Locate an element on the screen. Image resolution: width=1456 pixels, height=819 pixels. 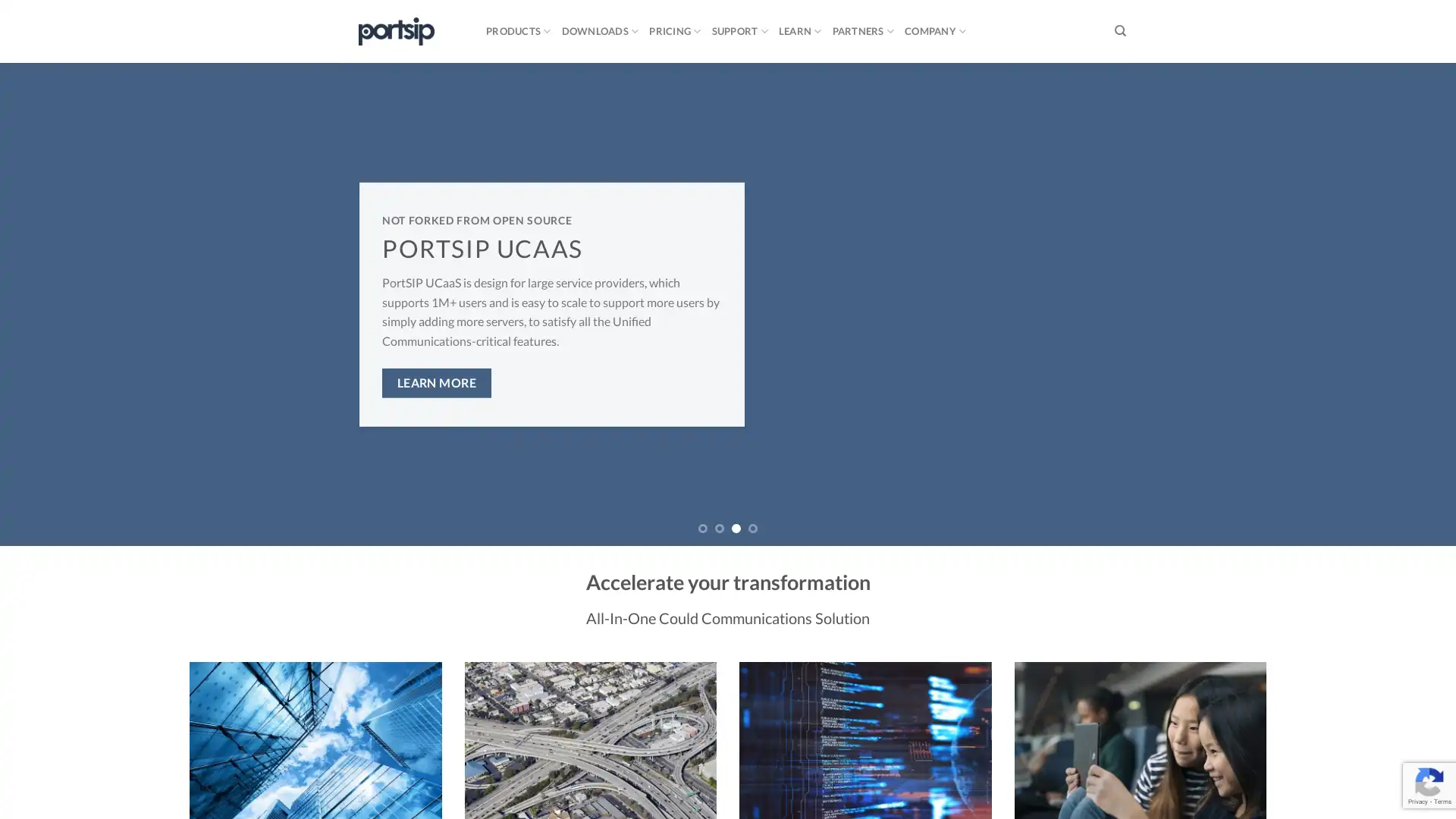
Previous is located at coordinates (47, 304).